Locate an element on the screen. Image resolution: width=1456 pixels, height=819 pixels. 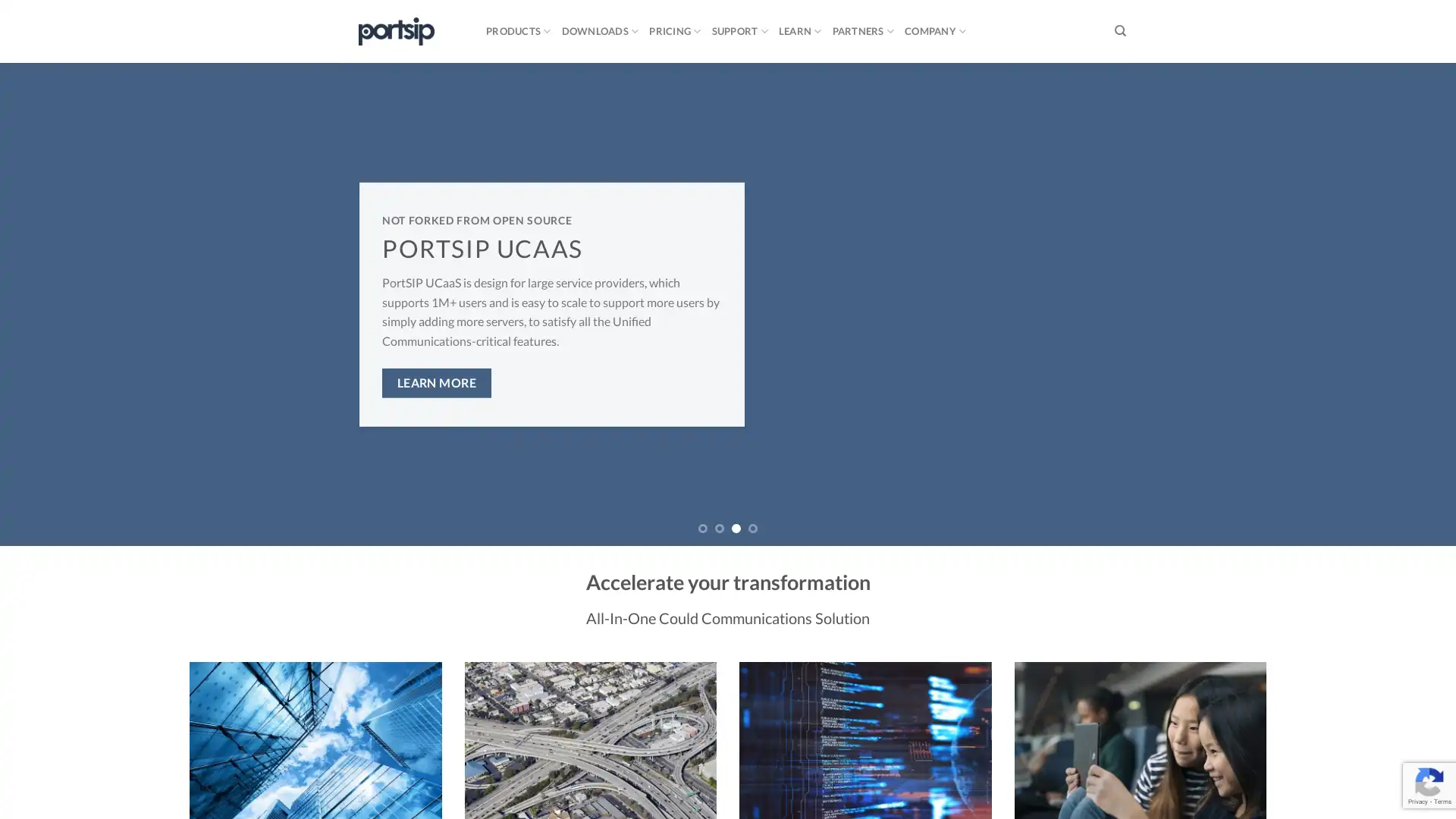
Previous is located at coordinates (47, 304).